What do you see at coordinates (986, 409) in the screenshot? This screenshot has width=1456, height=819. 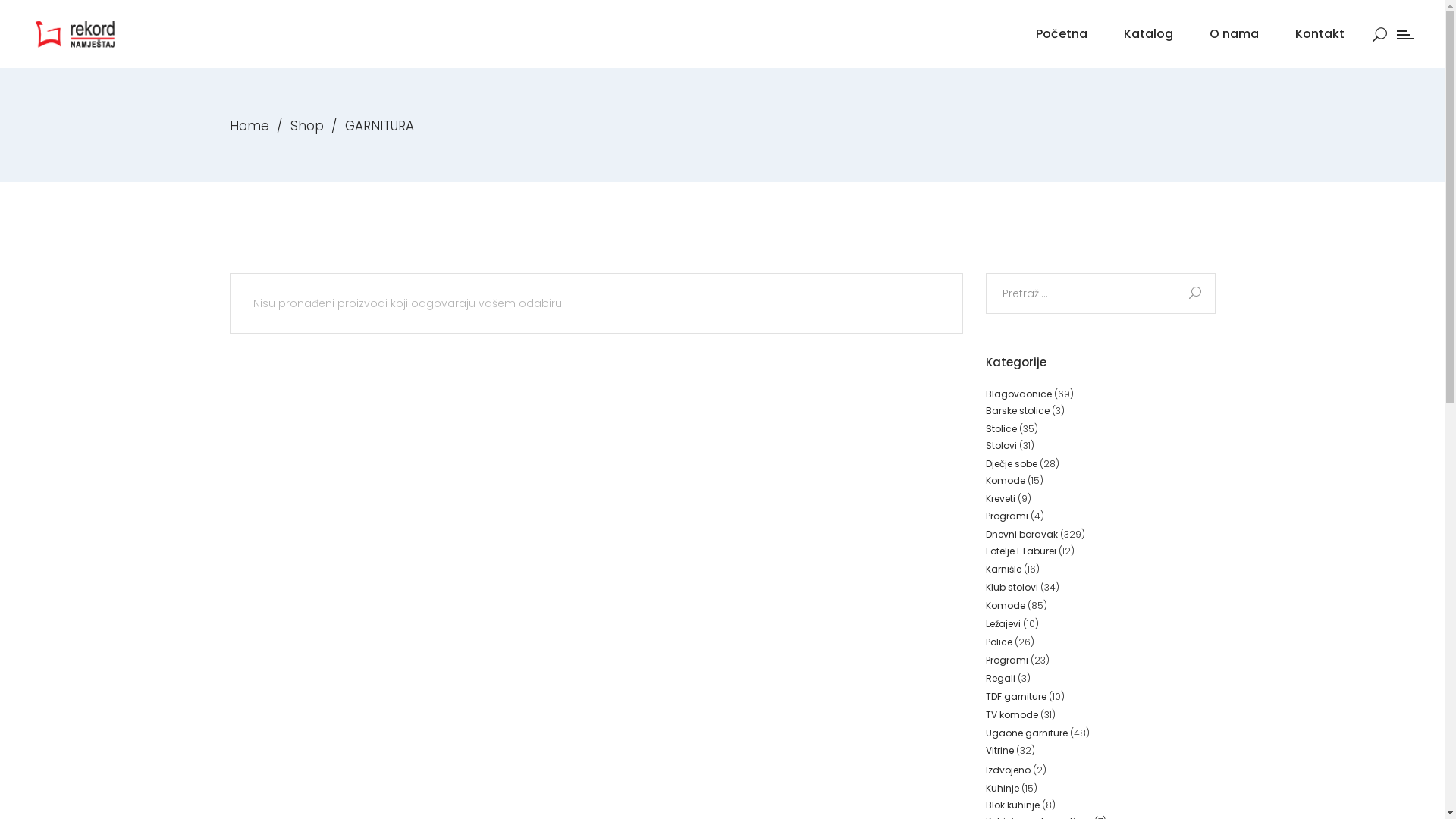 I see `'Barske stolice'` at bounding box center [986, 409].